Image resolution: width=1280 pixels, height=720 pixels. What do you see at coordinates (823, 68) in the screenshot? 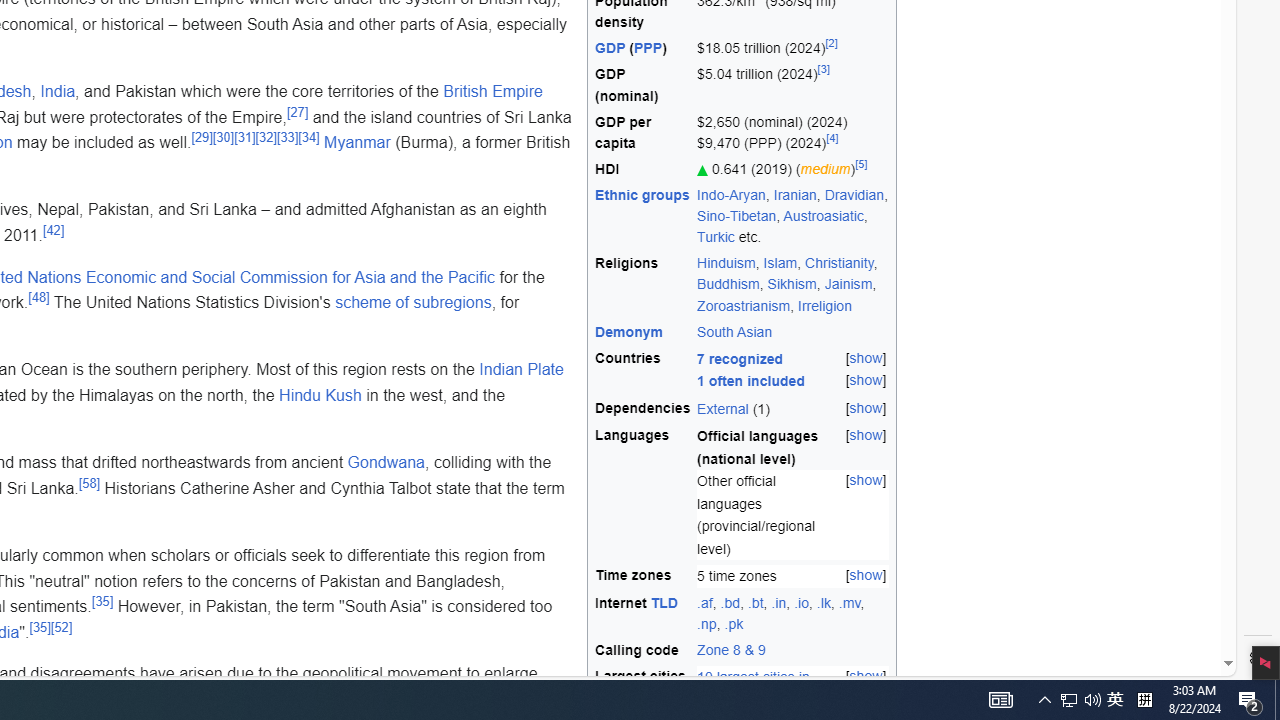
I see `'[3]'` at bounding box center [823, 68].